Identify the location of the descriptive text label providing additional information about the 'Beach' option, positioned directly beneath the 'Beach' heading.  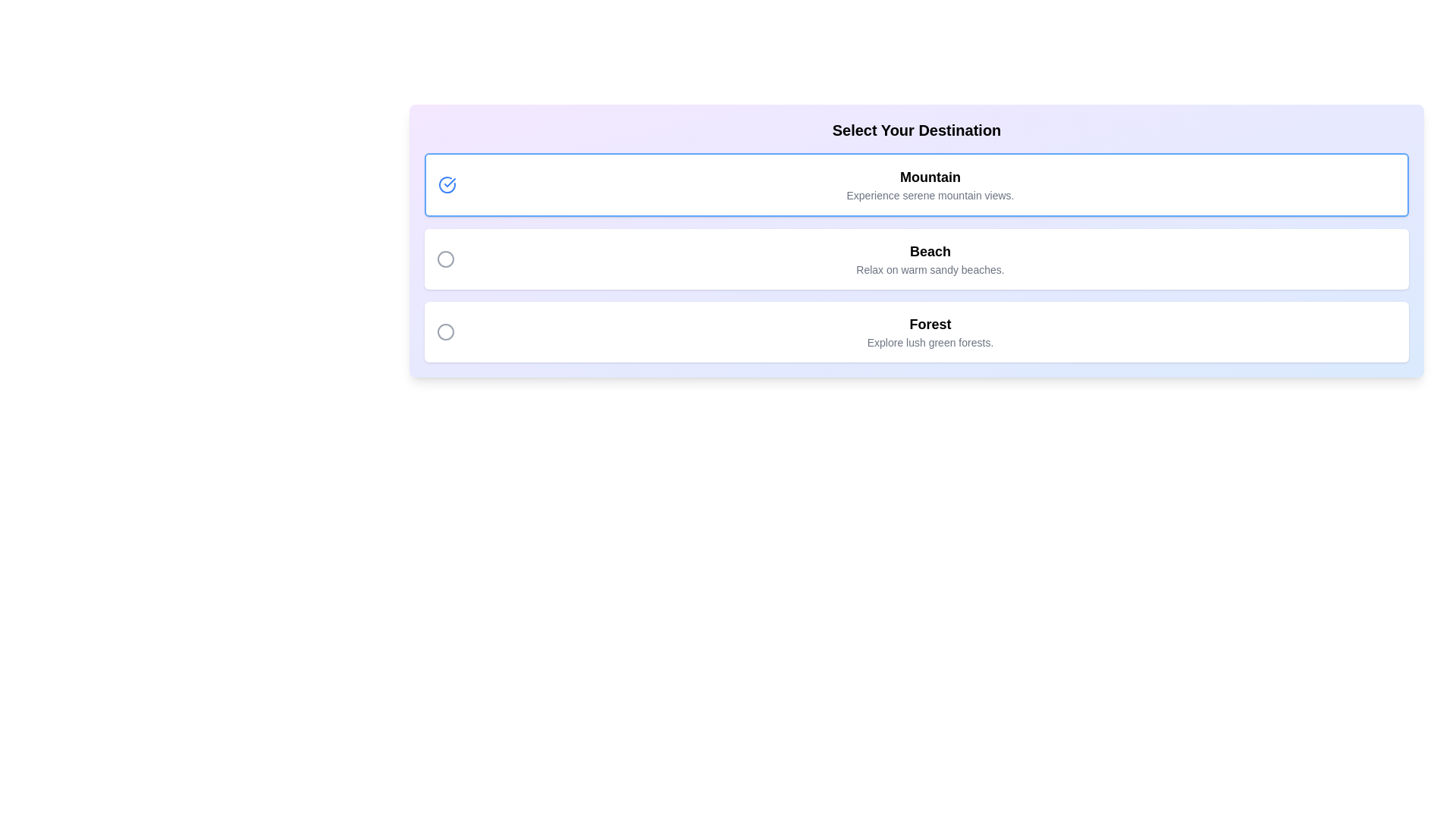
(930, 268).